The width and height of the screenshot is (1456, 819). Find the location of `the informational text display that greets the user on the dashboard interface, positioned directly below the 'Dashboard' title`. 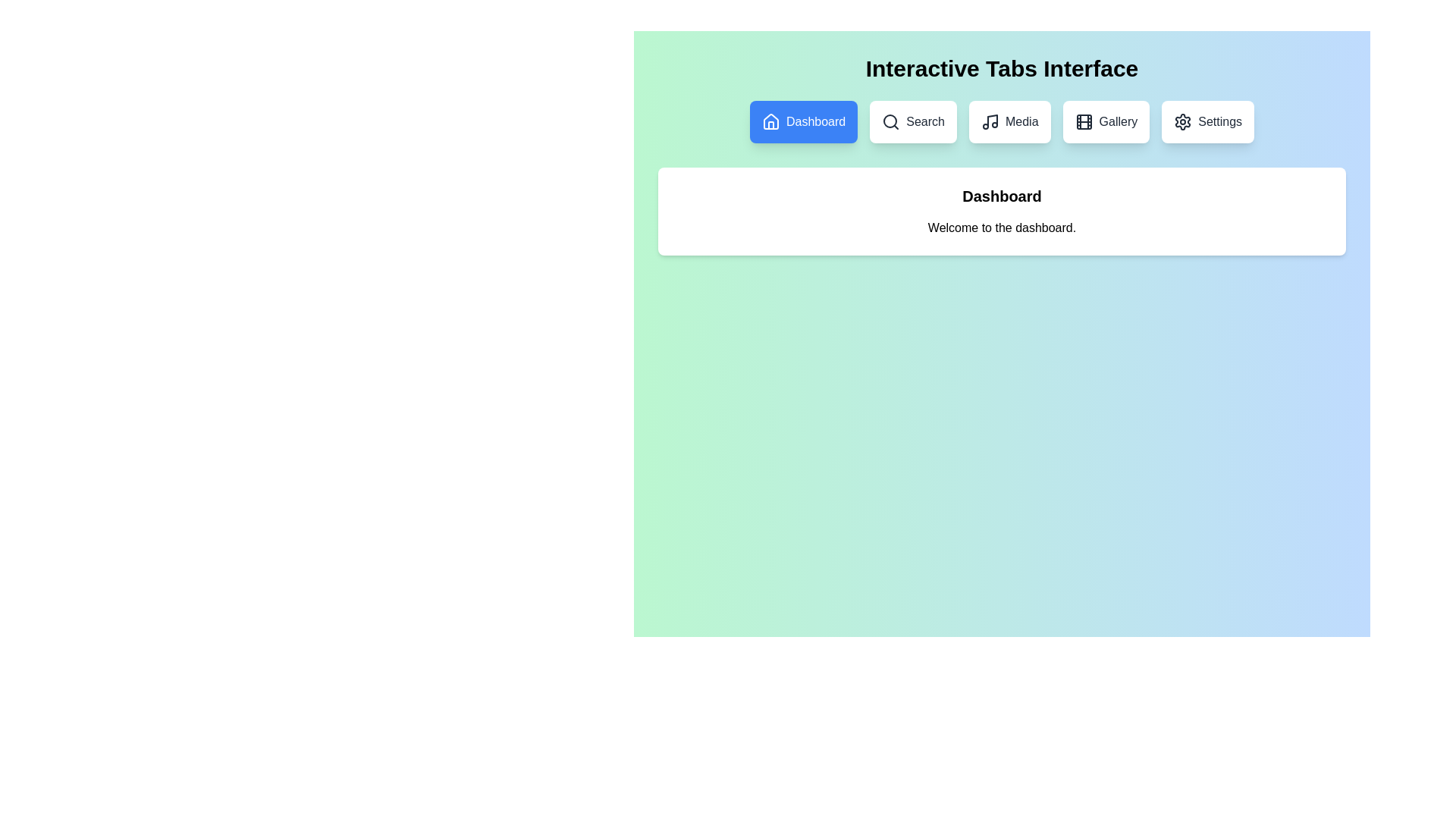

the informational text display that greets the user on the dashboard interface, positioned directly below the 'Dashboard' title is located at coordinates (1002, 227).